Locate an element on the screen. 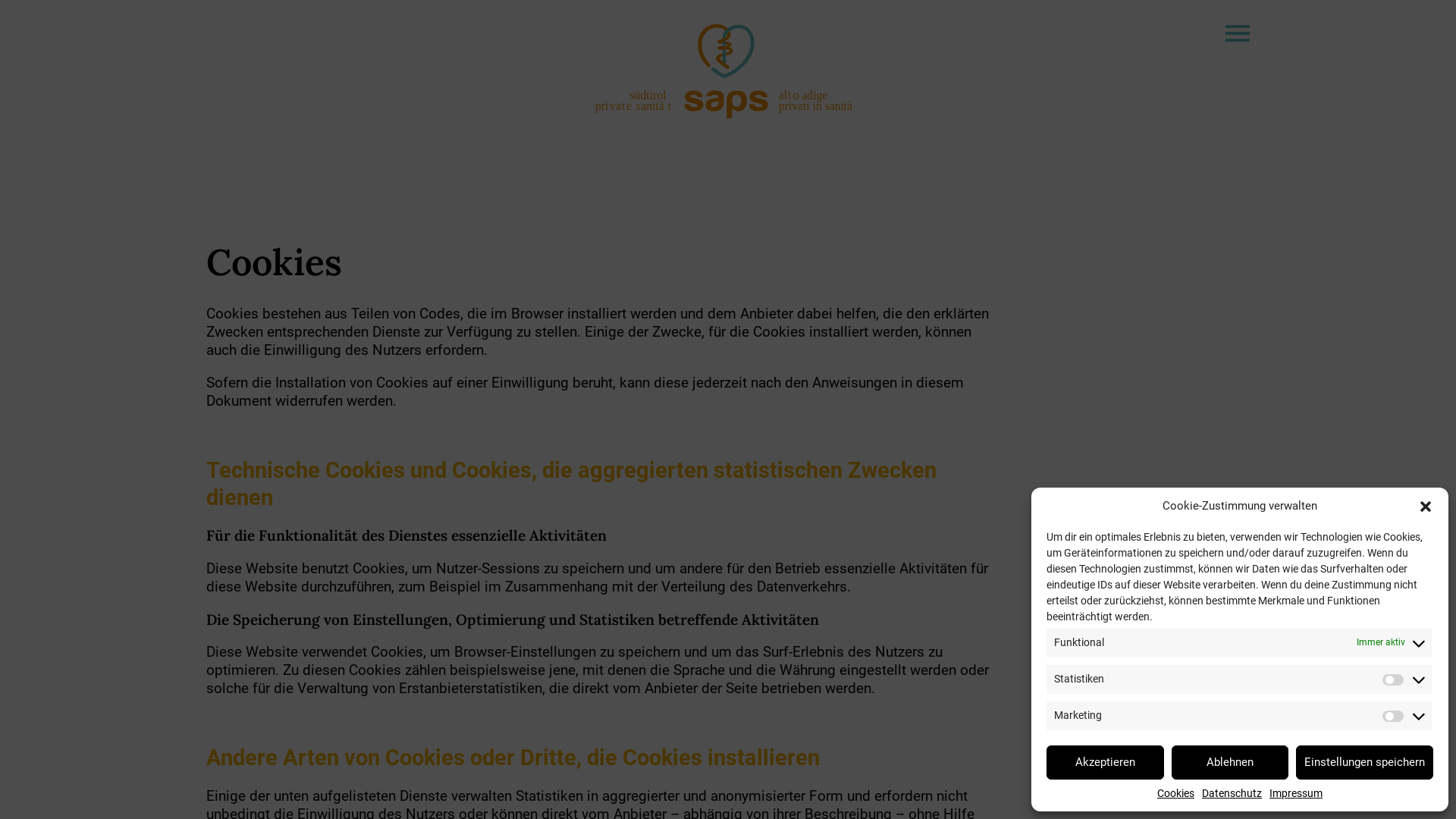 This screenshot has height=819, width=1456. 'Akzeptieren' is located at coordinates (1105, 761).